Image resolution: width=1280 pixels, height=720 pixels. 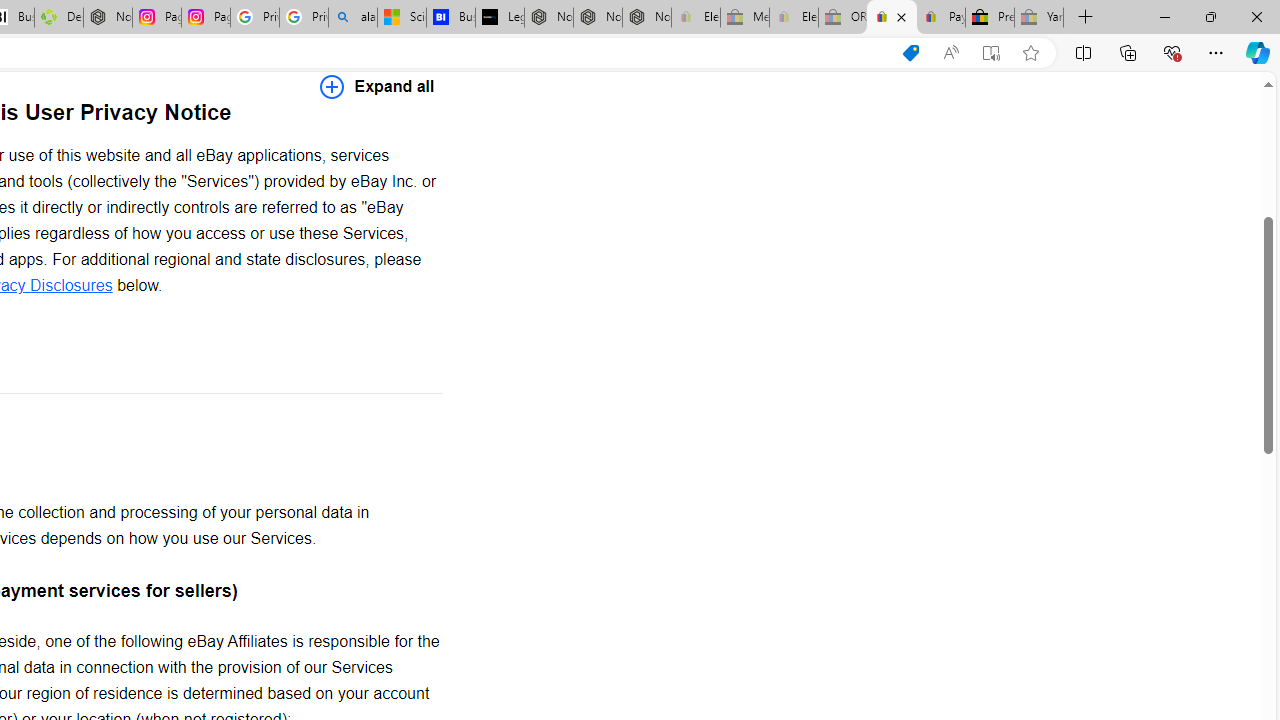 I want to click on 'Press Room - eBay Inc.', so click(x=990, y=17).